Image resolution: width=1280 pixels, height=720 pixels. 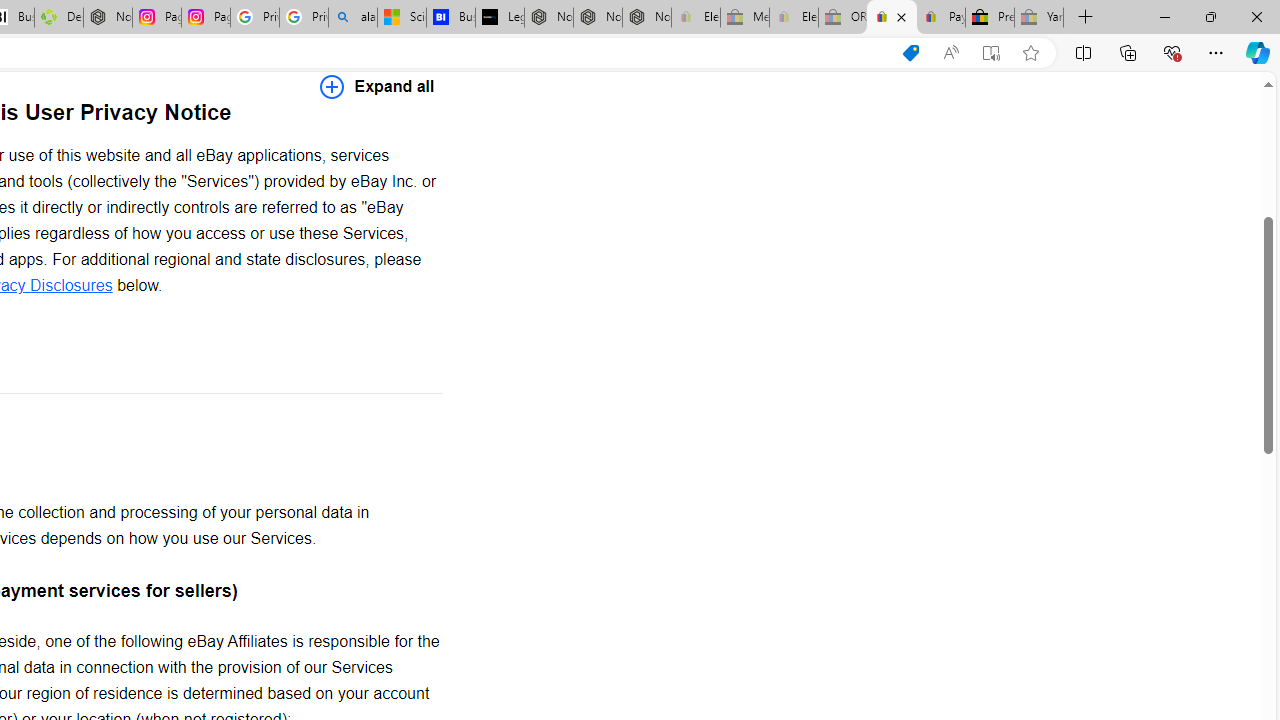 I want to click on 'Press Room - eBay Inc.', so click(x=990, y=17).